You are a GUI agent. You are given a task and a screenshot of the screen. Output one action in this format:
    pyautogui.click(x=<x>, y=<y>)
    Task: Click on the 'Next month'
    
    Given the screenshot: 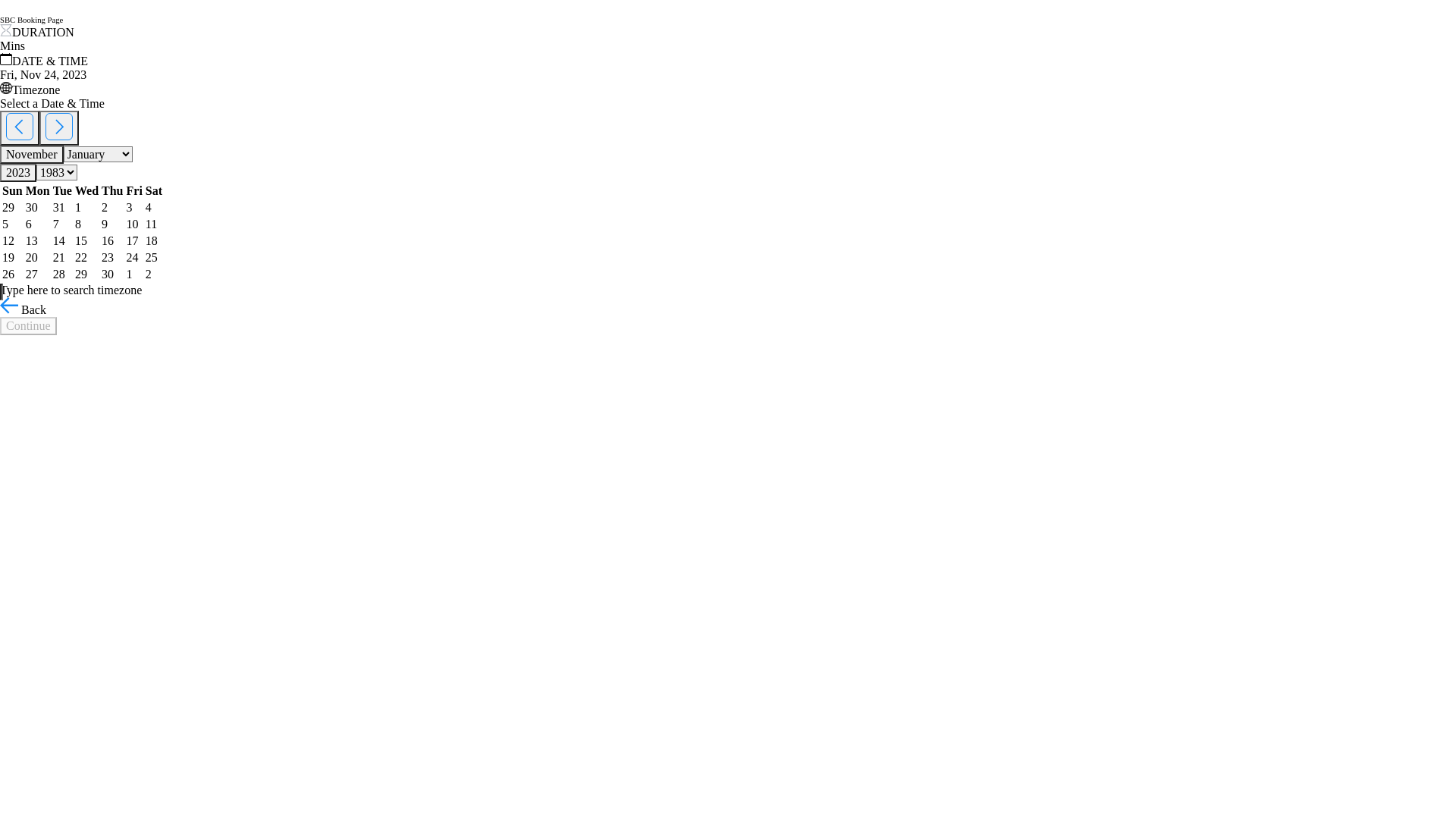 What is the action you would take?
    pyautogui.click(x=58, y=127)
    